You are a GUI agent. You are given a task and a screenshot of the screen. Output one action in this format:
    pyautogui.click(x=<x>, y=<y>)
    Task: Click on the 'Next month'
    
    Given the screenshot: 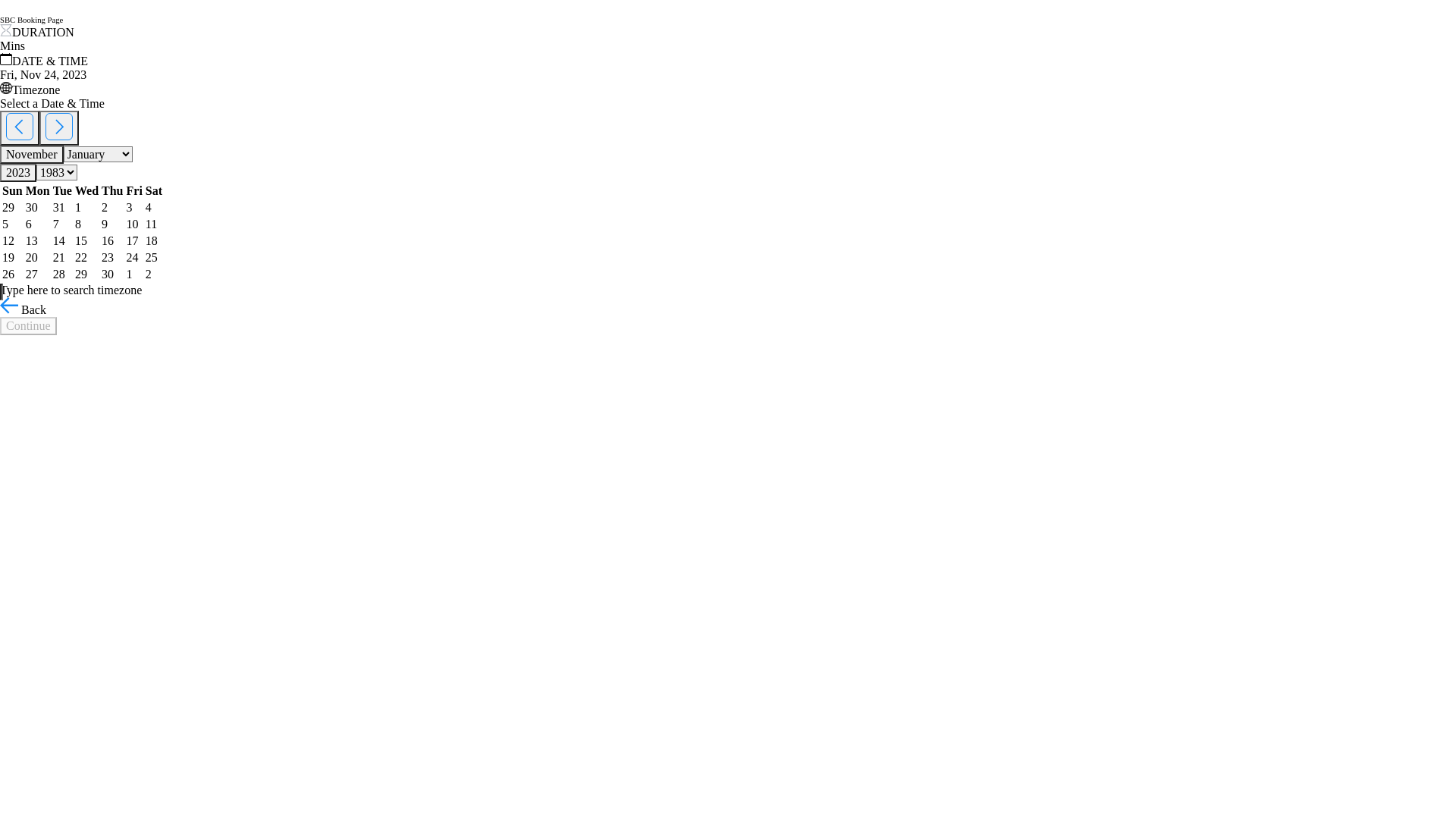 What is the action you would take?
    pyautogui.click(x=58, y=127)
    